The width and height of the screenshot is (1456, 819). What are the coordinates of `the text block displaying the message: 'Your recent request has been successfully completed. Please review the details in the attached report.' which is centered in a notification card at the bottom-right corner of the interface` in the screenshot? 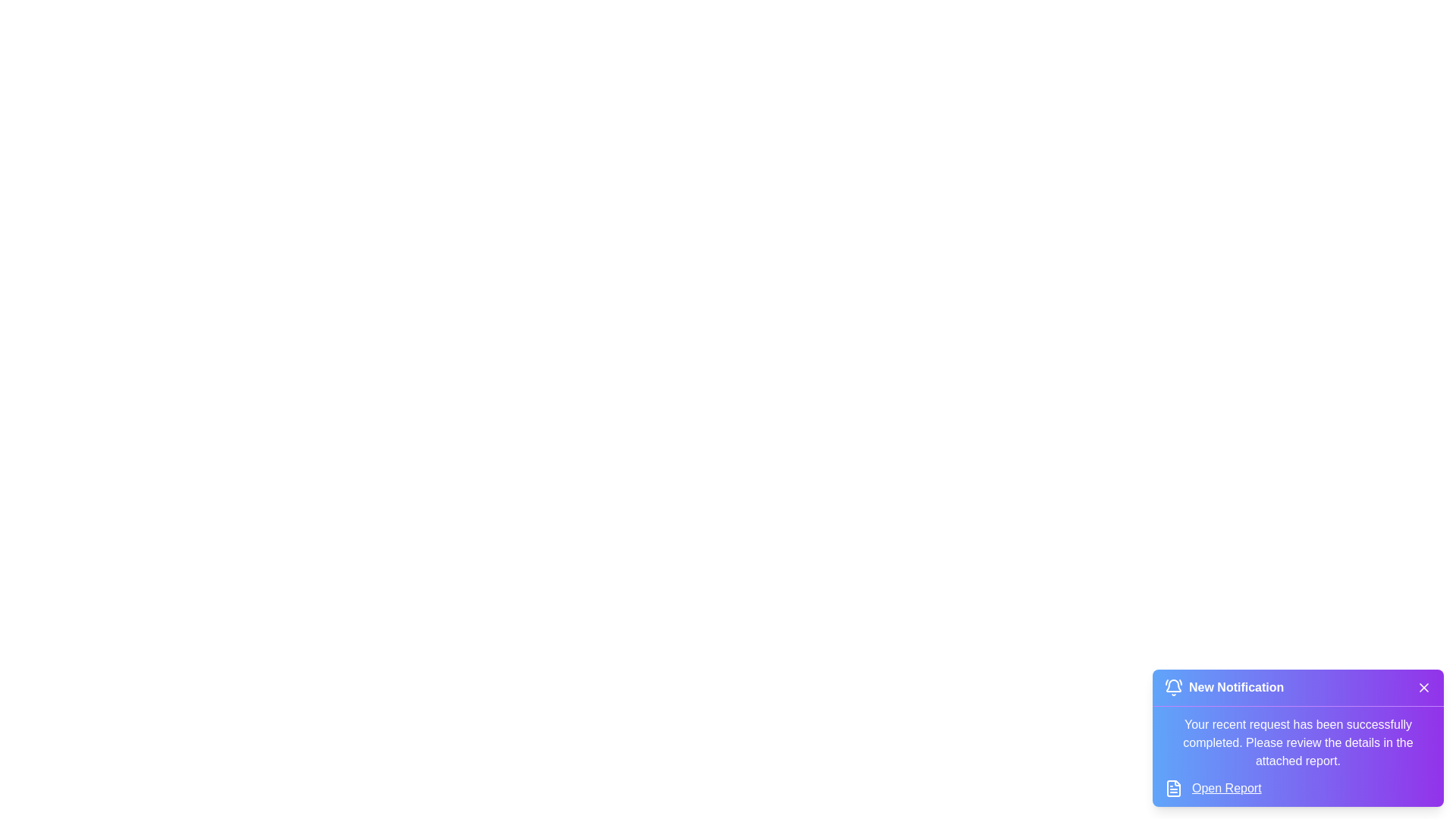 It's located at (1298, 742).